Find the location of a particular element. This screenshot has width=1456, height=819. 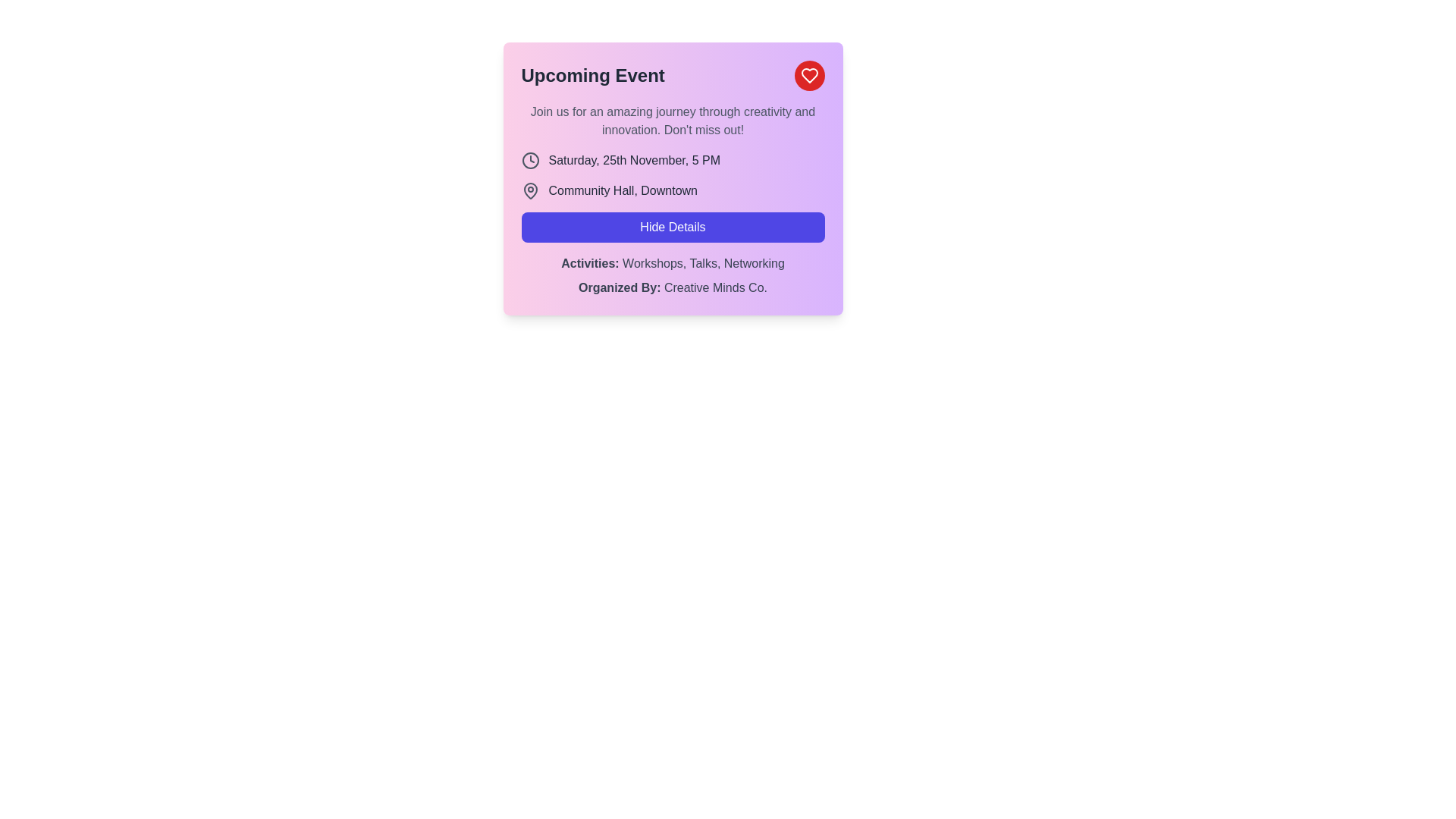

the venue information icon located to the left of the text 'Community Hall, Downtown', which visually represents the event's address is located at coordinates (530, 190).